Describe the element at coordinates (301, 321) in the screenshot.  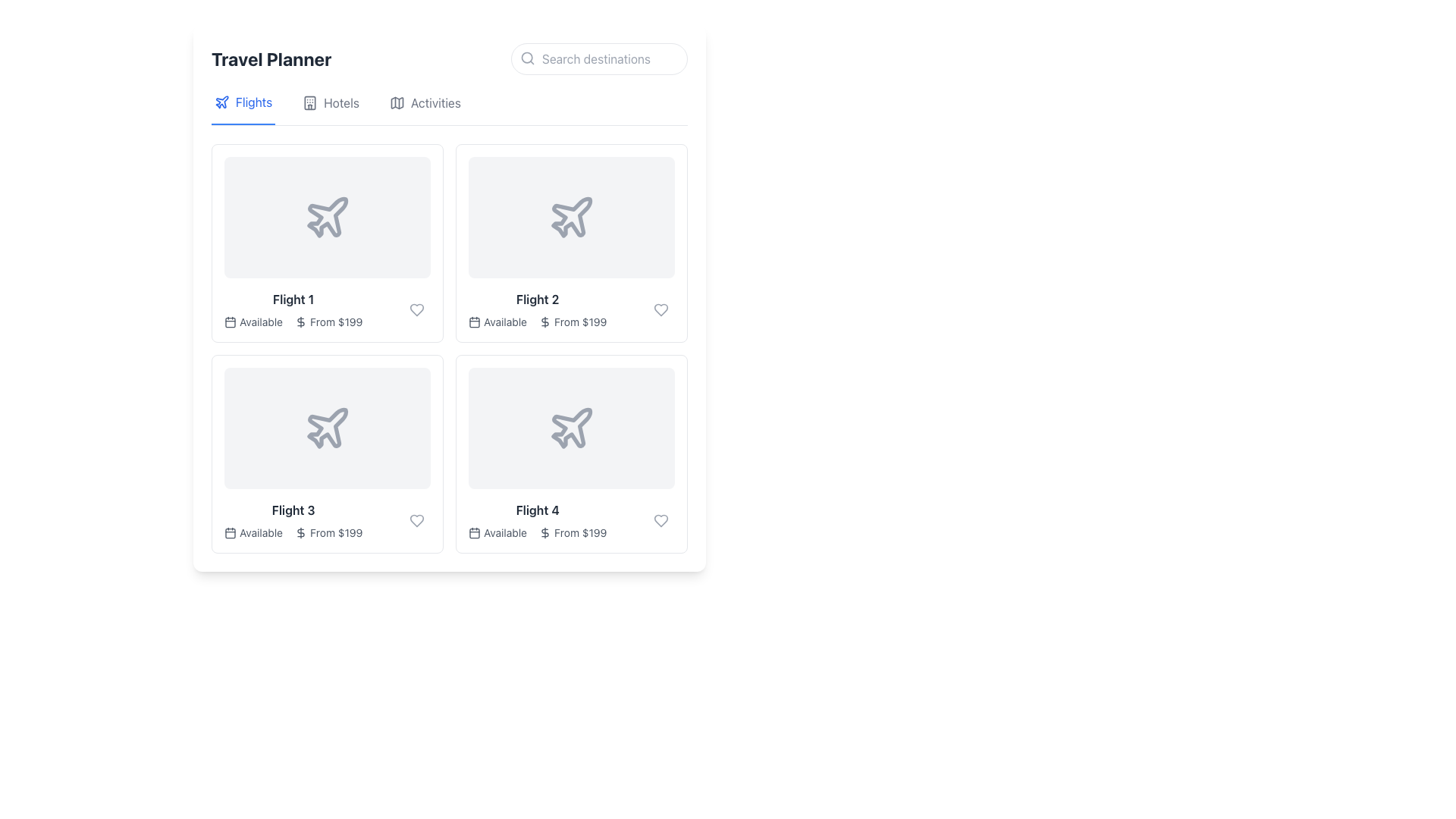
I see `the monetary pricing icon located to the left of the 'From $199' text in the pricing information section of the Flight 1 card` at that location.